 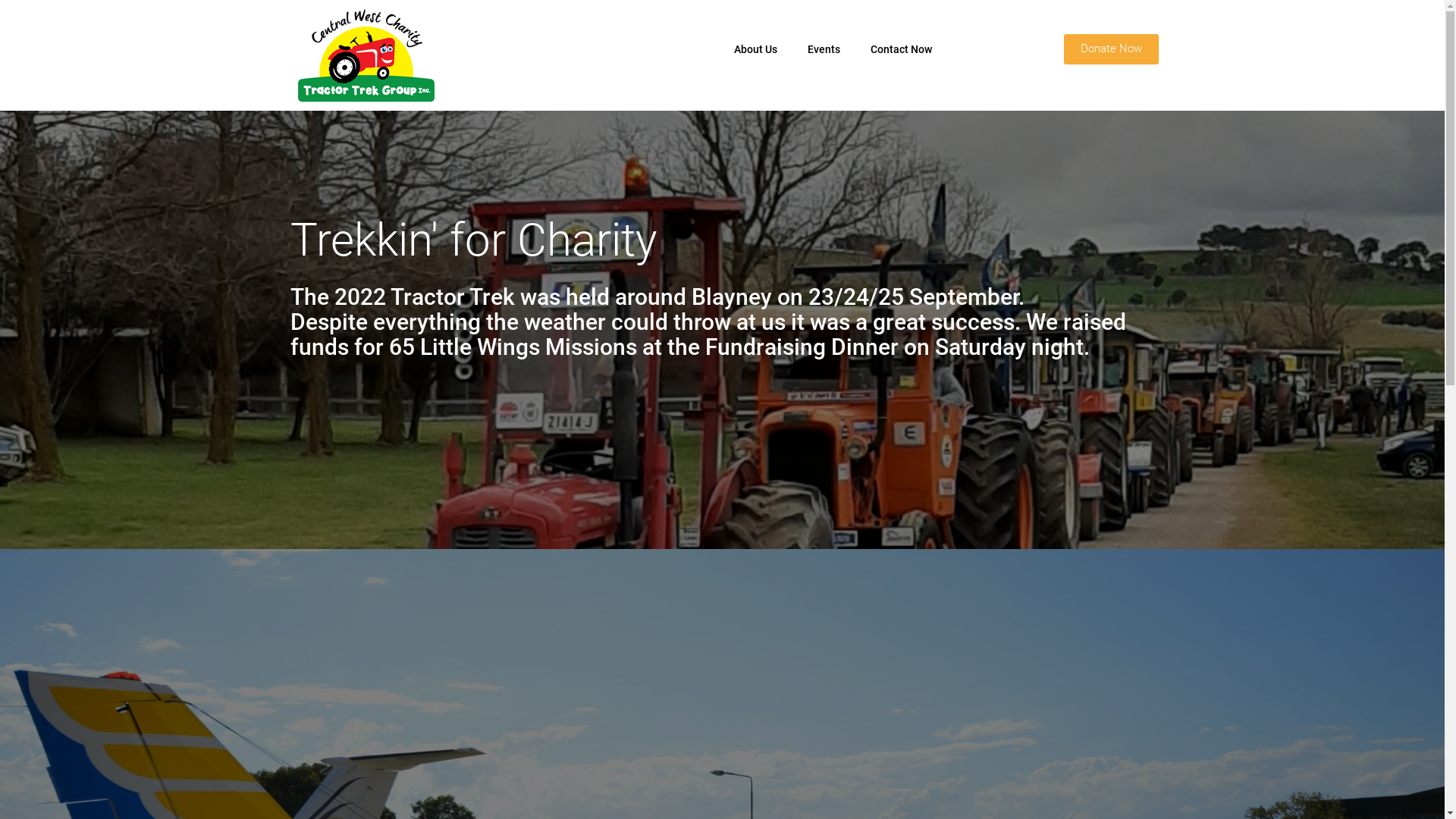 I want to click on 'Donate Now', so click(x=1110, y=49).